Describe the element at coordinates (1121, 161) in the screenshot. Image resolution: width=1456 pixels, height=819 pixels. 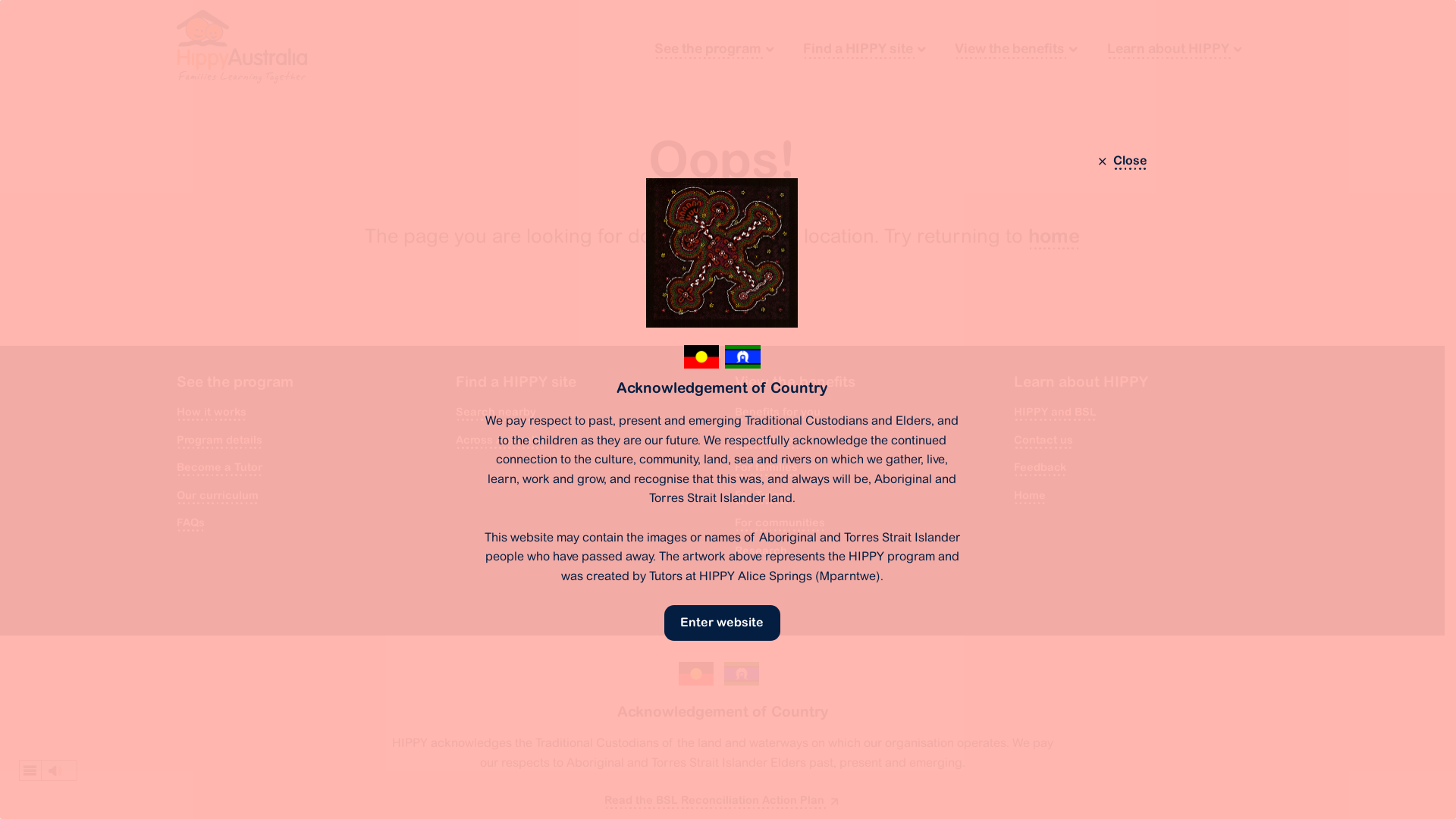
I see `'Close'` at that location.